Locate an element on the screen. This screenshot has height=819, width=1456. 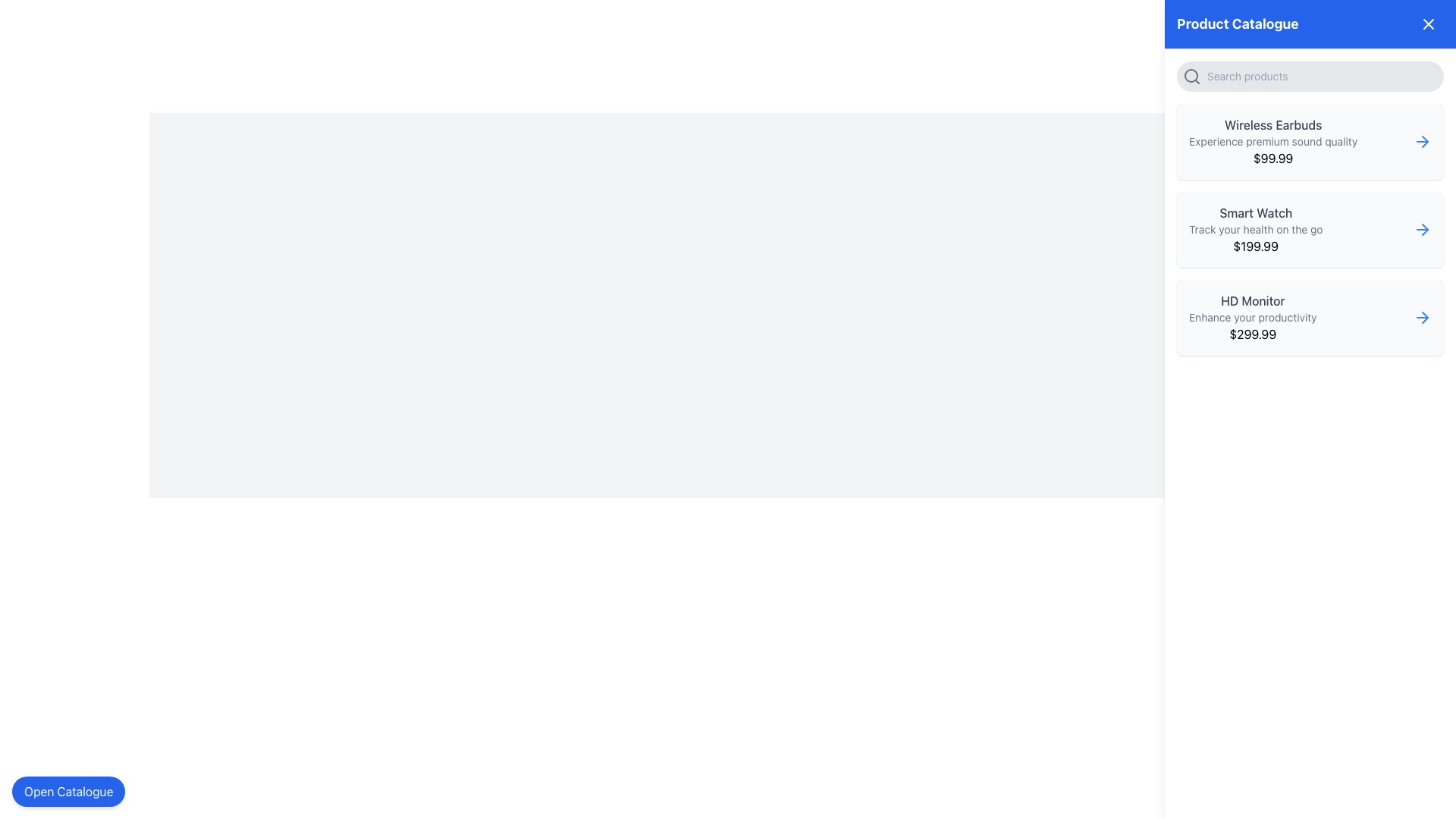
the right-facing chevron arrow icon in the 'Product Catalogue' section for 'Wireless Earbuds' is located at coordinates (1424, 141).